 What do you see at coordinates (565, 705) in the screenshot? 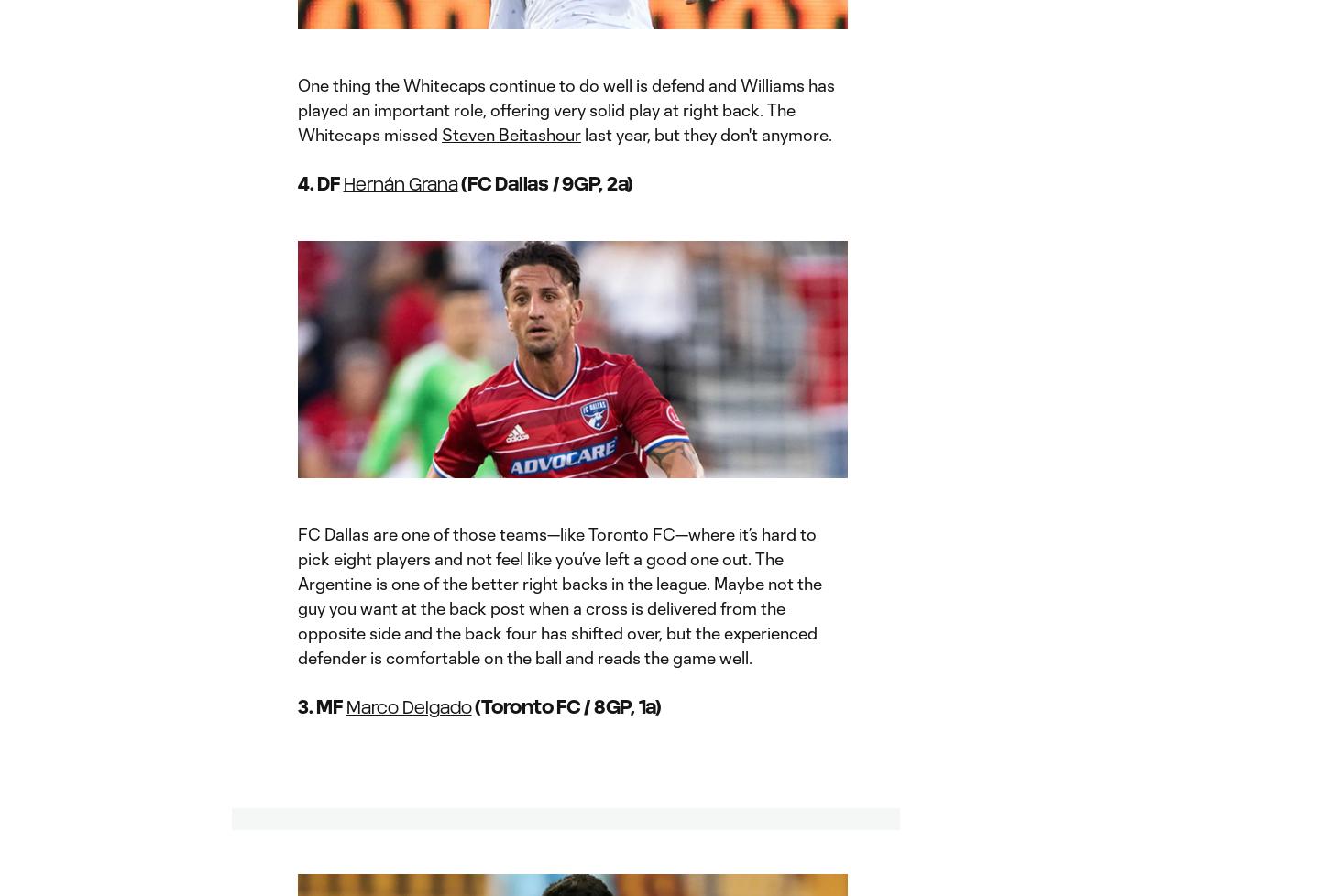
I see `'(Toronto FC / 8GP, 1a)'` at bounding box center [565, 705].